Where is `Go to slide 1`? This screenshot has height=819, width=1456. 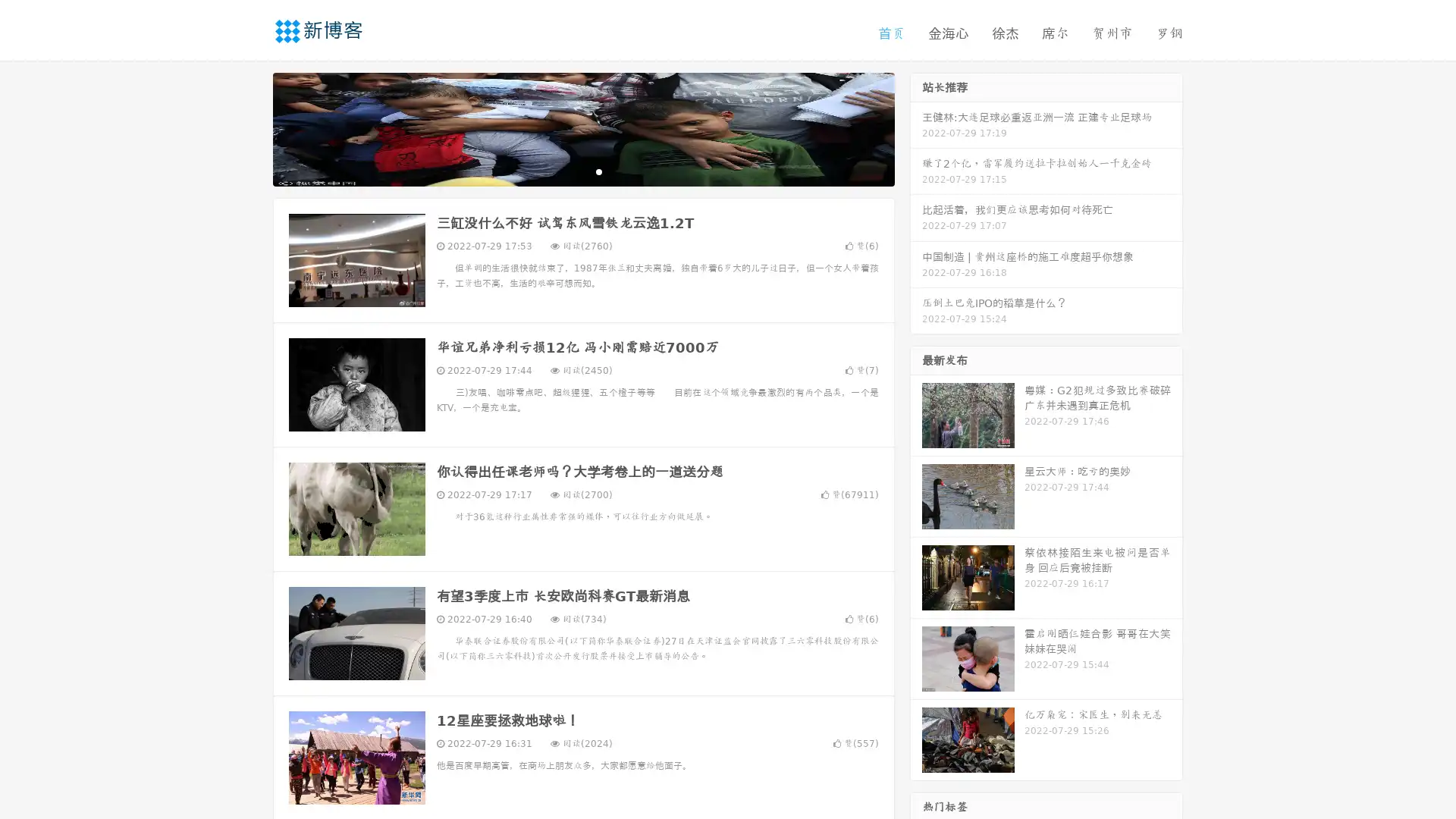
Go to slide 1 is located at coordinates (567, 171).